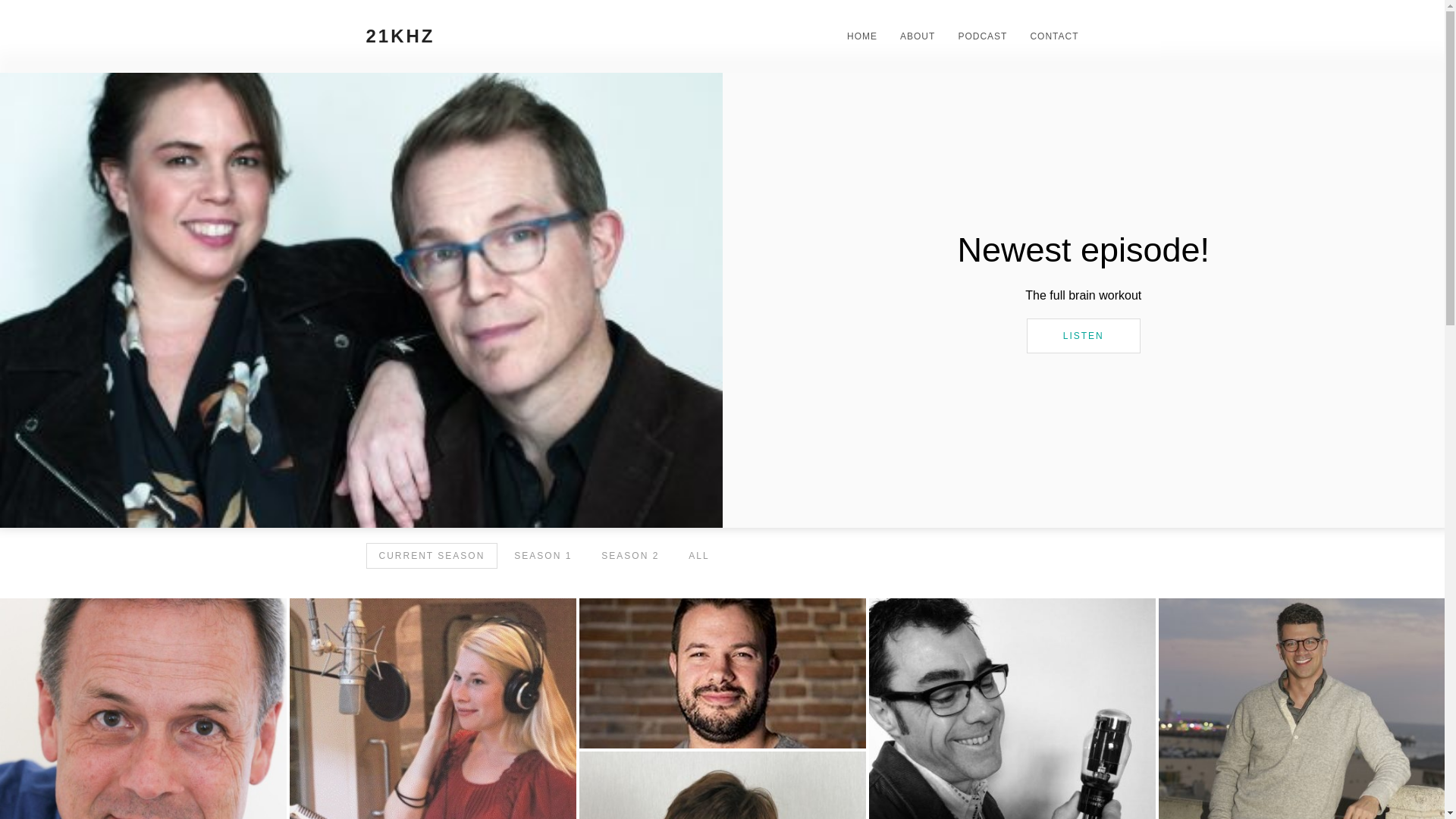 This screenshot has height=819, width=1456. Describe the element at coordinates (1083, 335) in the screenshot. I see `'LISTEN'` at that location.